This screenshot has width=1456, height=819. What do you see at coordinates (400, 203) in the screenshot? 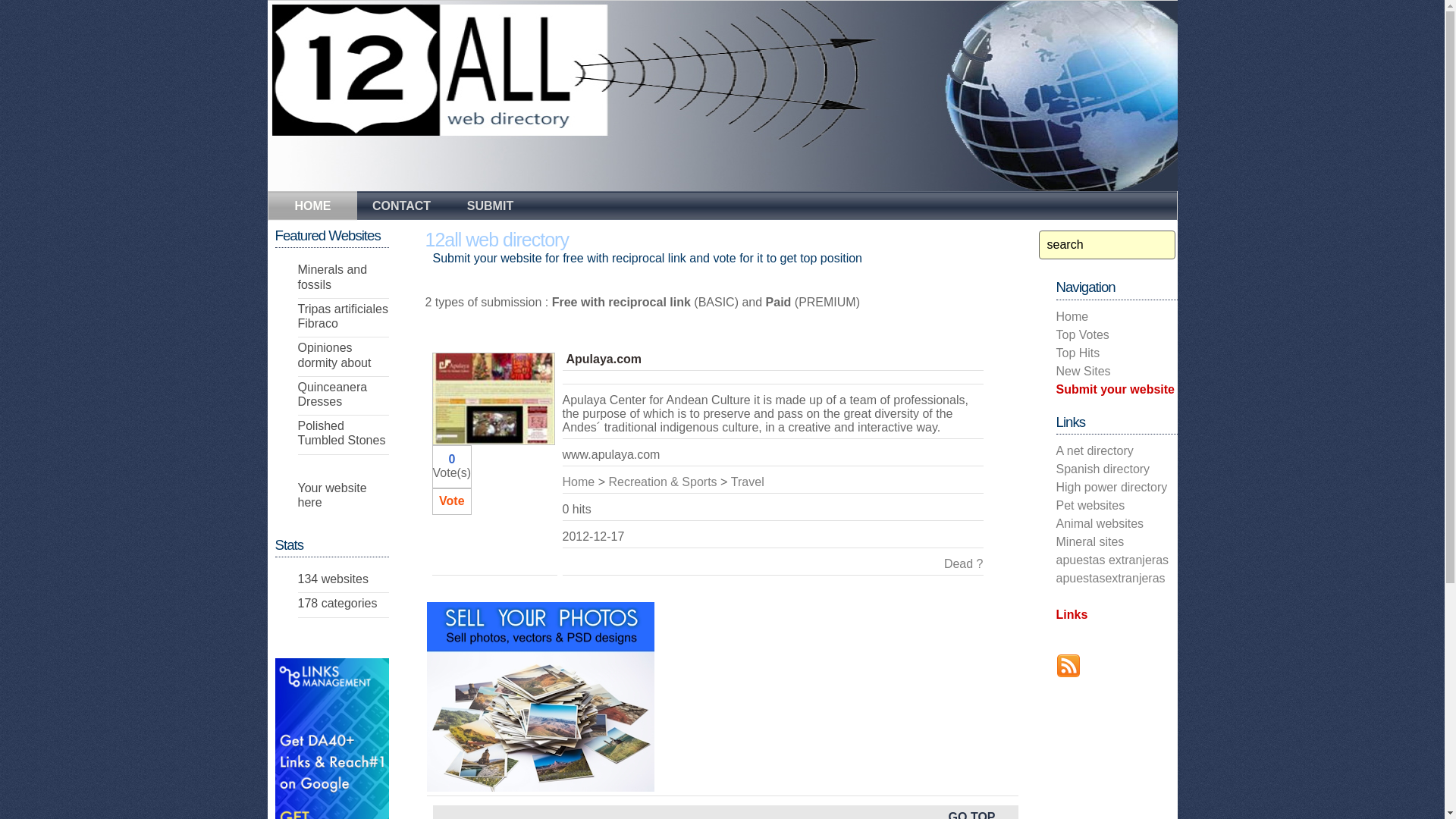
I see `'CONTACT'` at bounding box center [400, 203].